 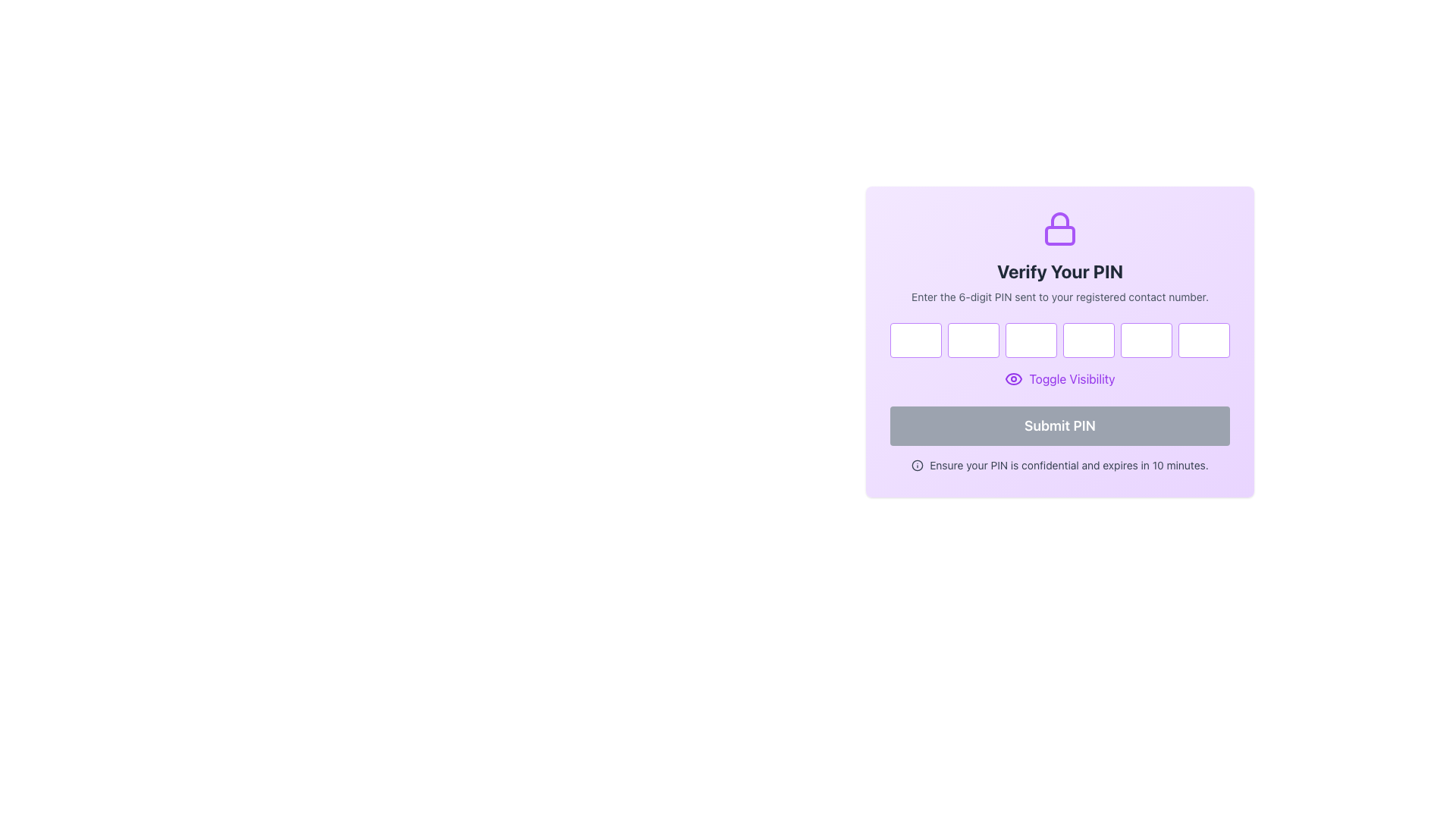 What do you see at coordinates (1059, 339) in the screenshot?
I see `the individual box of the Pin Code Input Grid to focus on it` at bounding box center [1059, 339].